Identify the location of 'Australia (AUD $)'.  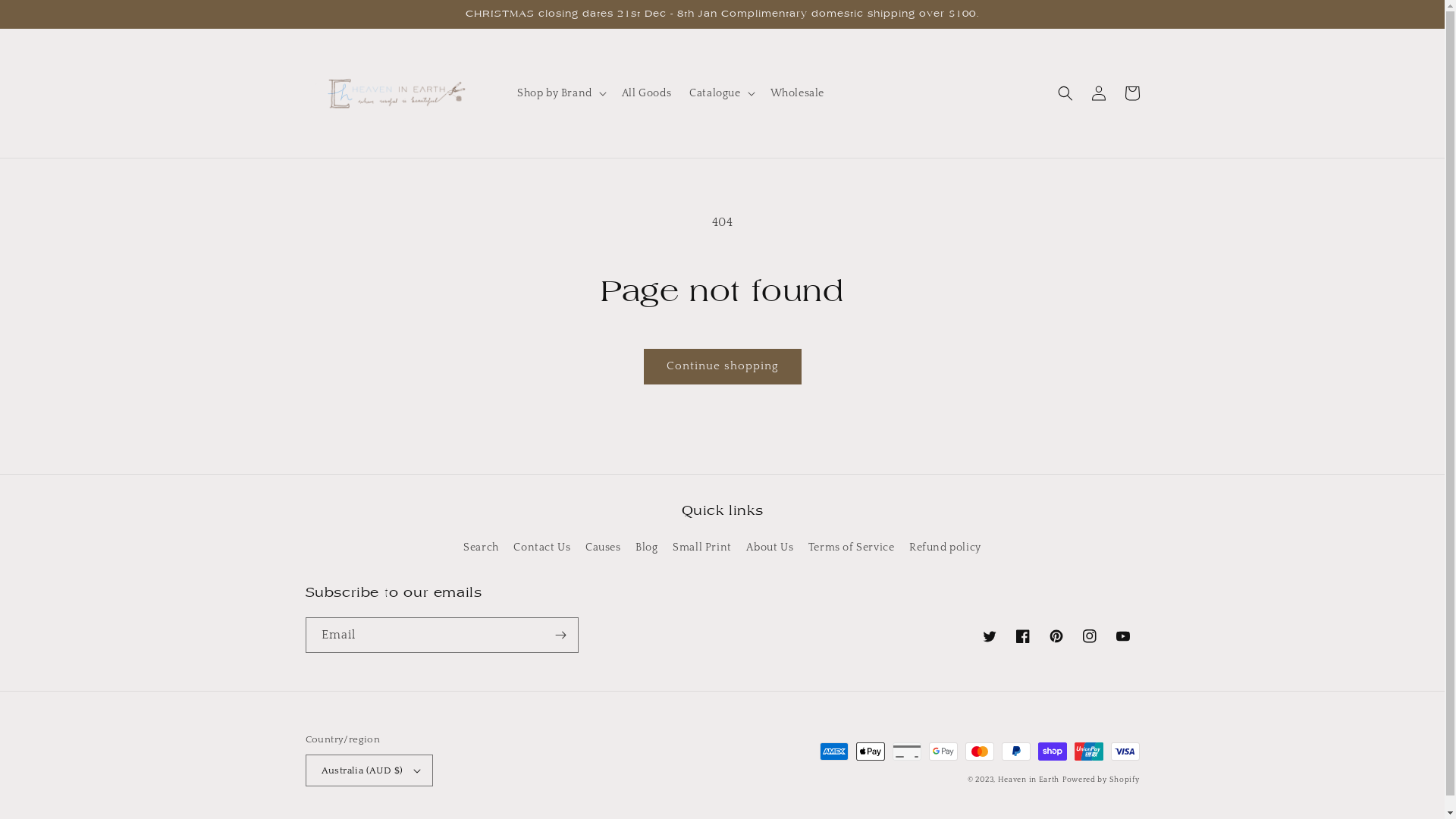
(304, 770).